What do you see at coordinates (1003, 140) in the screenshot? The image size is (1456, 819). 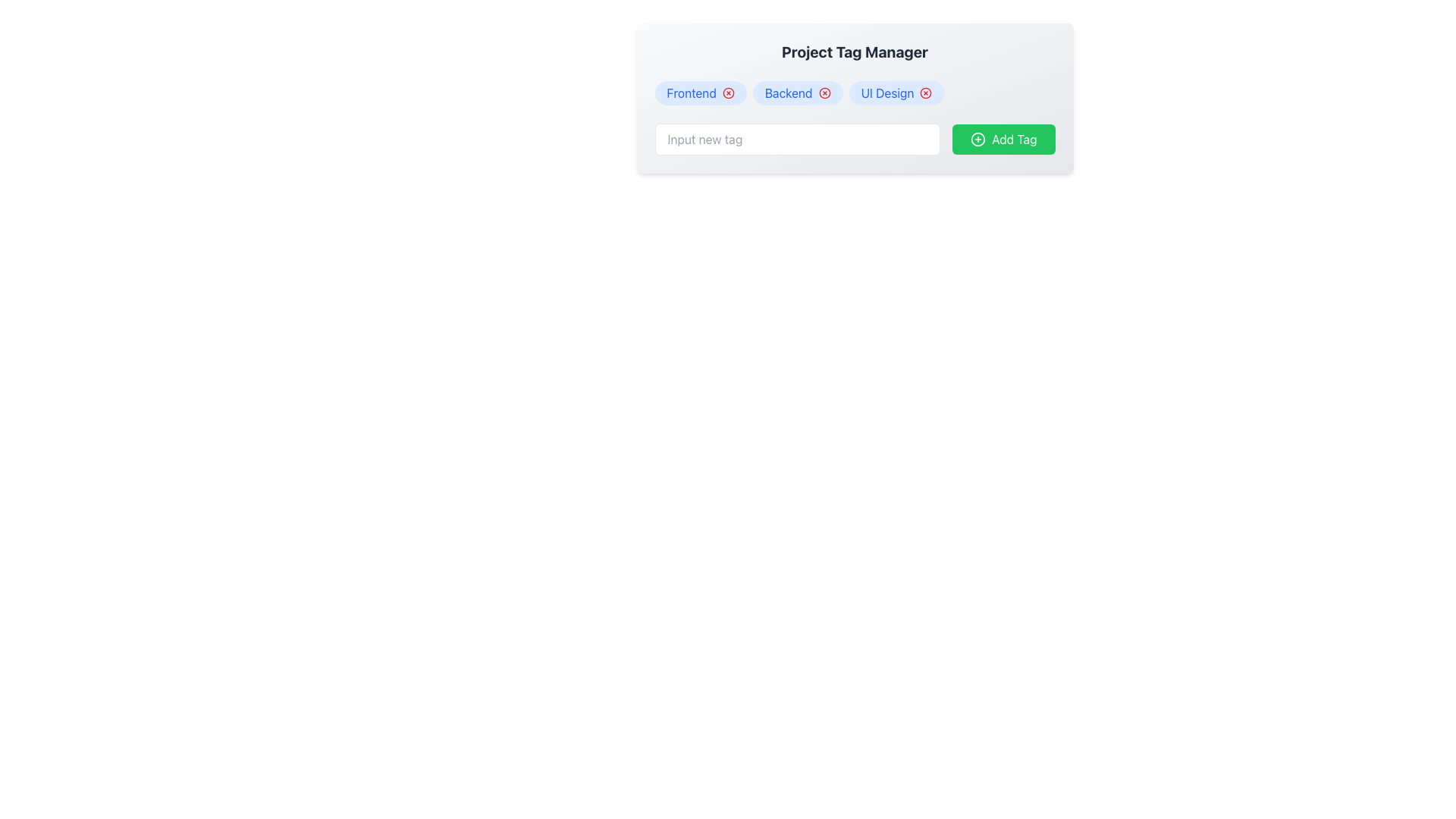 I see `the green 'Add Tag' button with a white plus icon to observe the hover effect` at bounding box center [1003, 140].